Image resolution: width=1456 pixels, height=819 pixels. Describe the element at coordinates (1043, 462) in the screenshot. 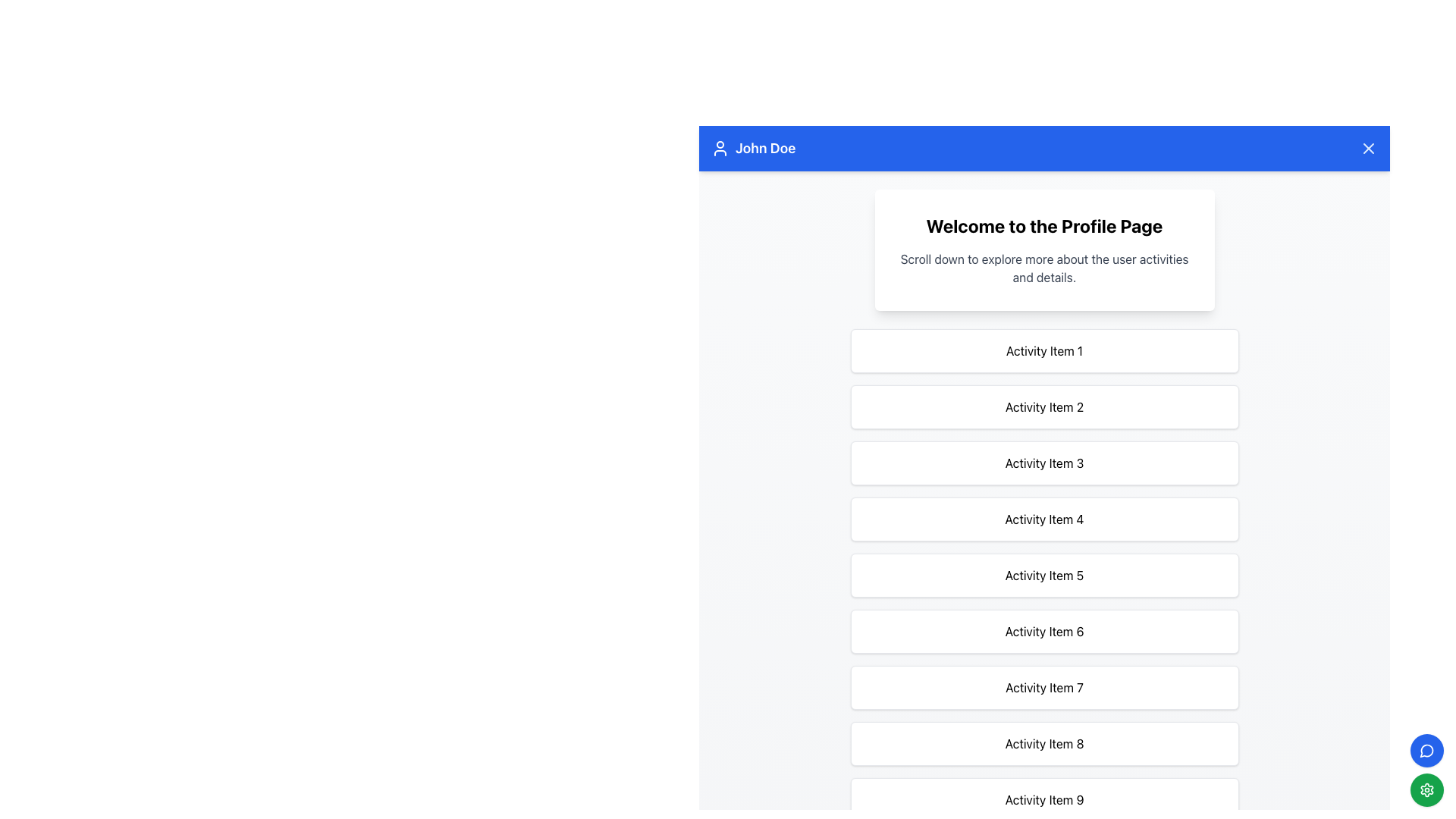

I see `text displayed on the Text Card labeled 'Activity Item 3', which is the third item in a vertical list of similar items` at that location.